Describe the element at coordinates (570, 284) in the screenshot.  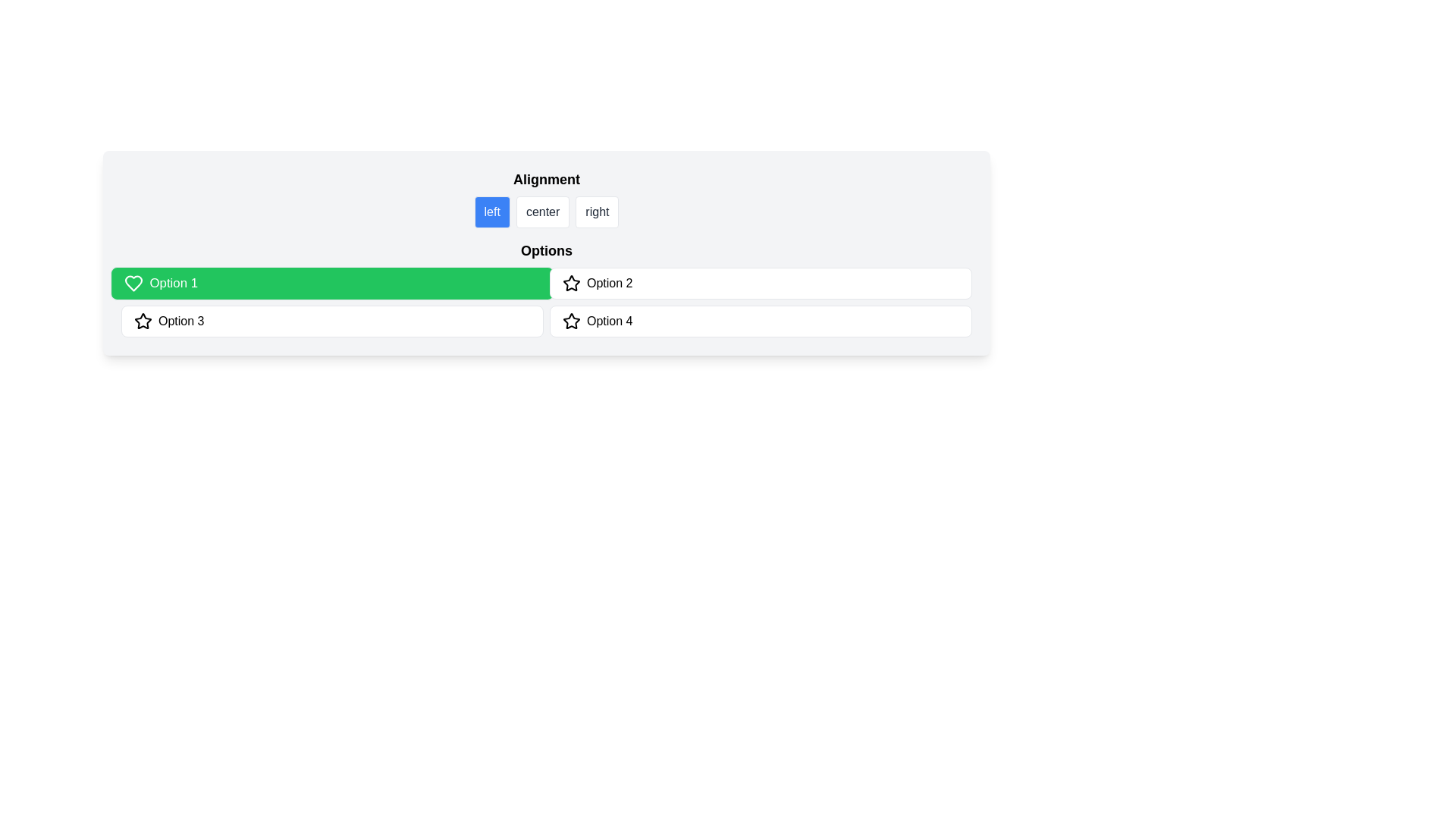
I see `the star-shaped icon located to the left of the 'Option 2' text` at that location.